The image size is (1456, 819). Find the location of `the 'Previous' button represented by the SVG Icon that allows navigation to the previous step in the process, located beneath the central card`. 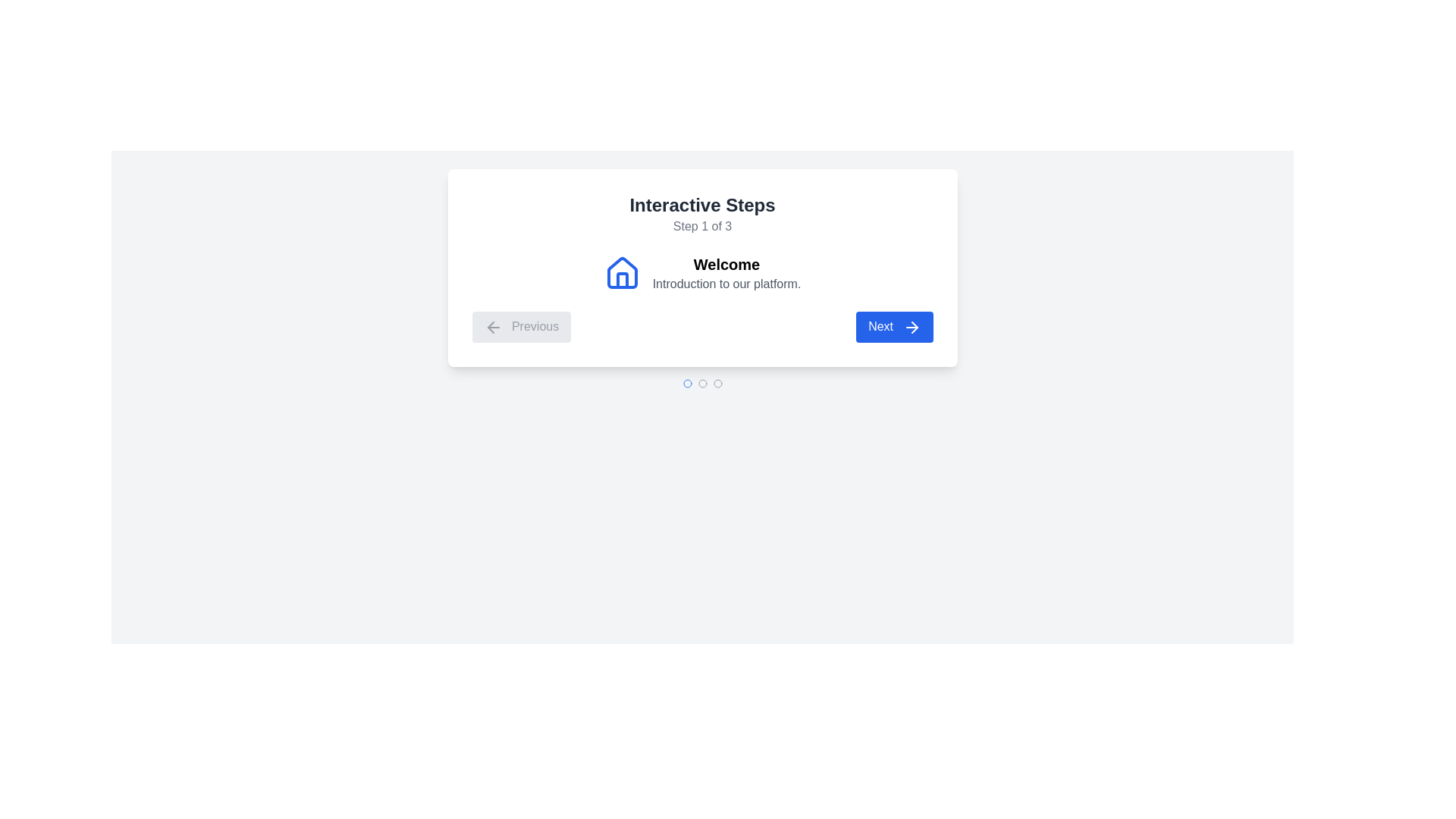

the 'Previous' button represented by the SVG Icon that allows navigation to the previous step in the process, located beneath the central card is located at coordinates (493, 326).